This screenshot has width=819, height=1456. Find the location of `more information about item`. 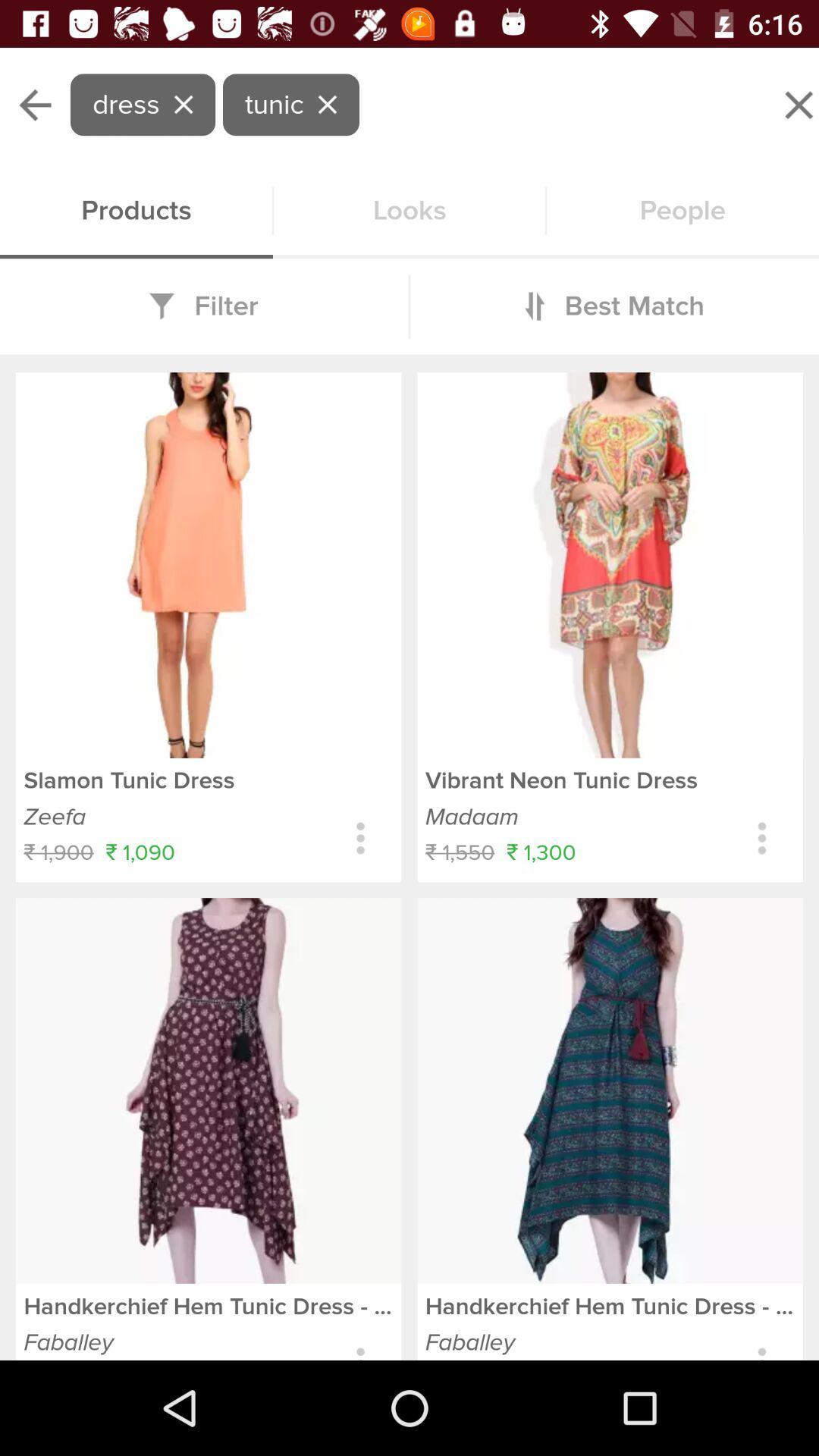

more information about item is located at coordinates (762, 837).